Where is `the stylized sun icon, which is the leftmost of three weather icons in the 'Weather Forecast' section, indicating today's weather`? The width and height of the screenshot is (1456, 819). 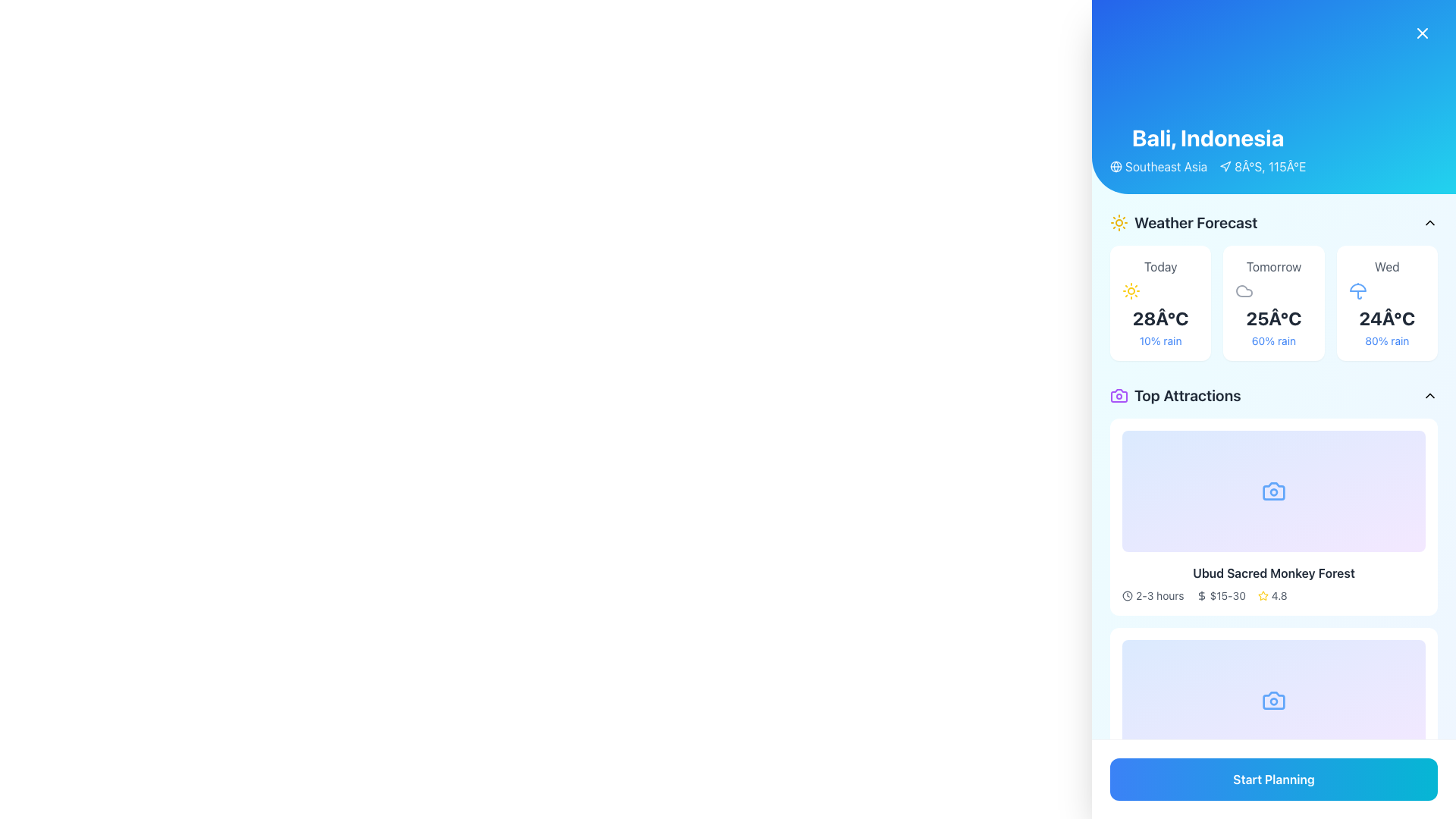 the stylized sun icon, which is the leftmost of three weather icons in the 'Weather Forecast' section, indicating today's weather is located at coordinates (1131, 291).